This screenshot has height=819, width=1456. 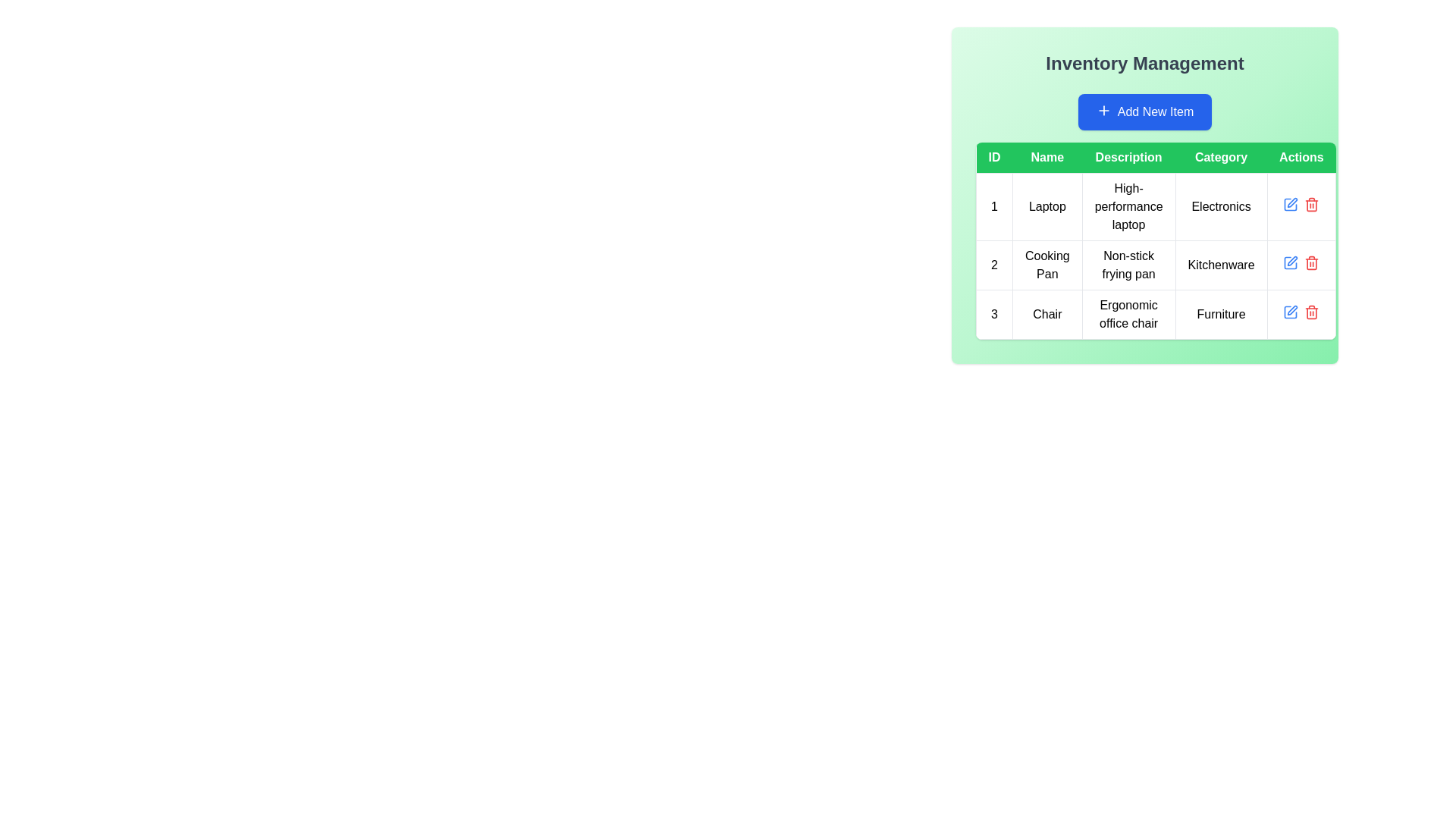 What do you see at coordinates (994, 314) in the screenshot?
I see `the label that represents the identifier for the corresponding row in the table, positioned towards the middle-left of the table body` at bounding box center [994, 314].